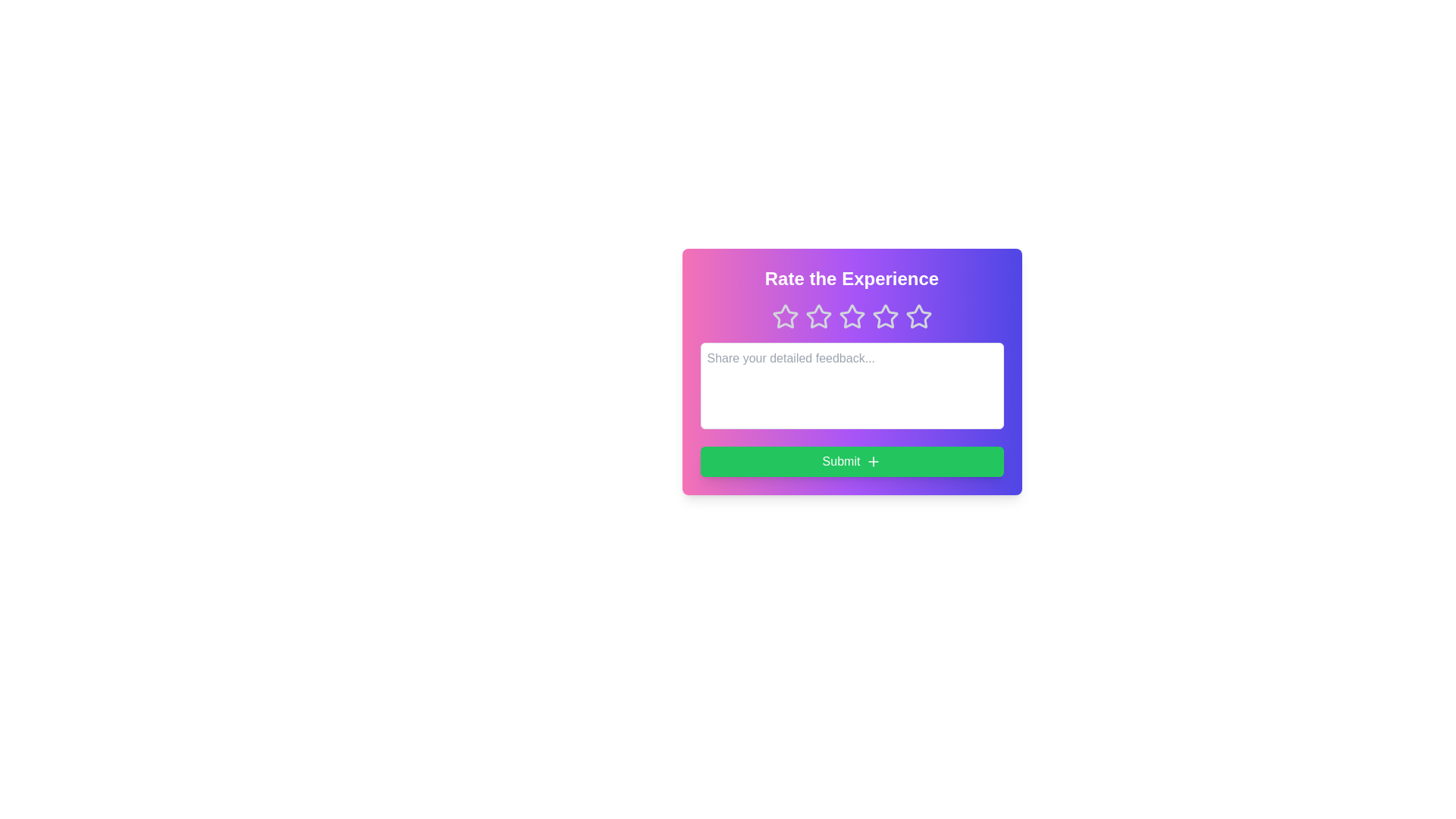 Image resolution: width=1456 pixels, height=819 pixels. What do you see at coordinates (852, 385) in the screenshot?
I see `the feedback textarea and type the feedback text` at bounding box center [852, 385].